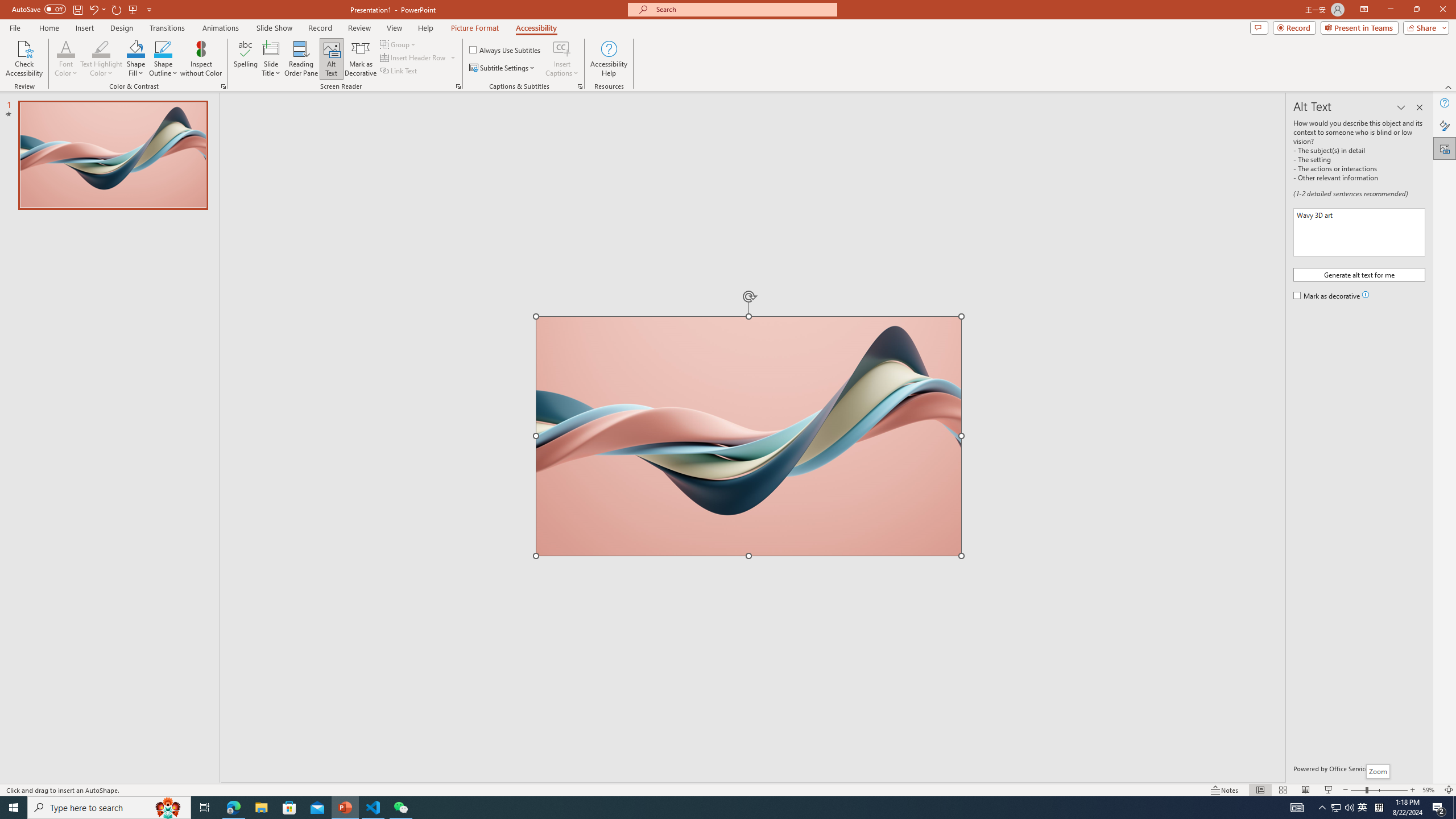 Image resolution: width=1456 pixels, height=819 pixels. Describe the element at coordinates (201, 59) in the screenshot. I see `'Inspect without Color'` at that location.